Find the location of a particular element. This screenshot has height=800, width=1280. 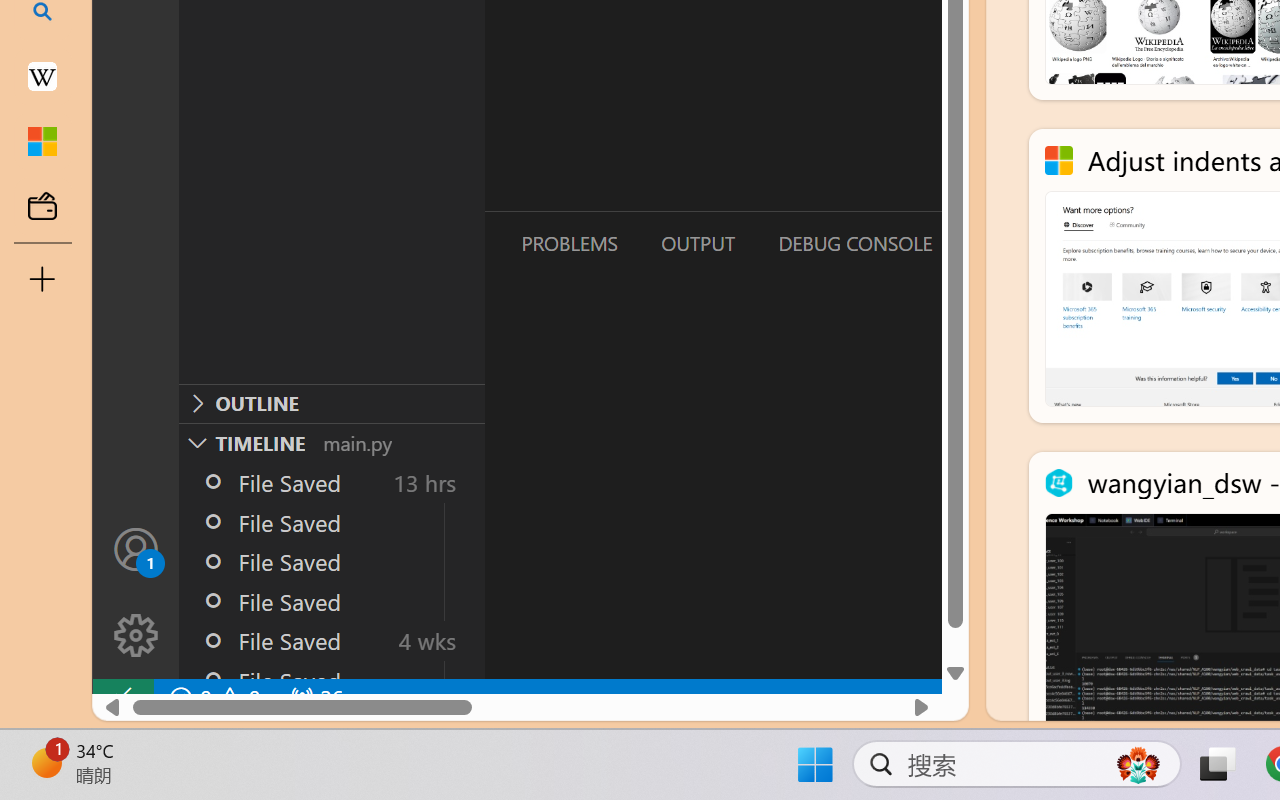

'remote' is located at coordinates (121, 698).